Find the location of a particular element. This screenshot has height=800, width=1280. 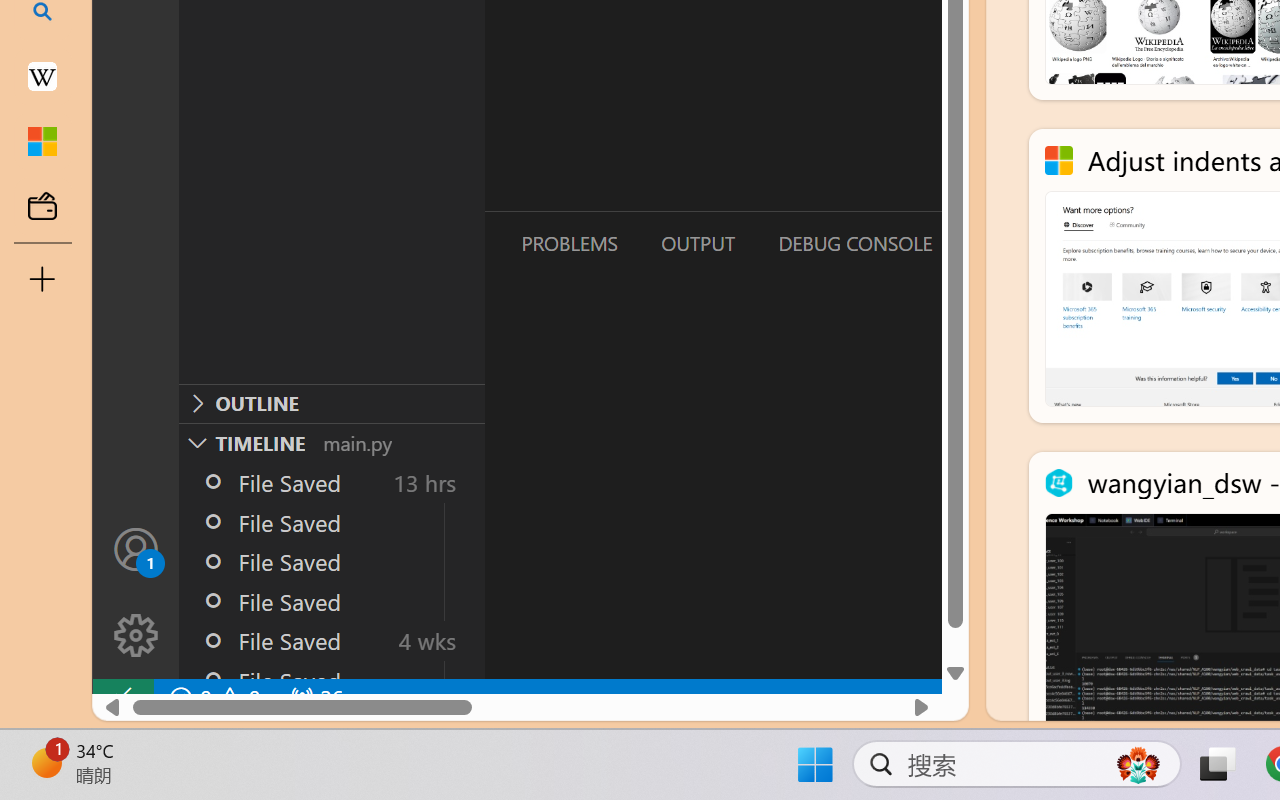

'remote' is located at coordinates (121, 698).